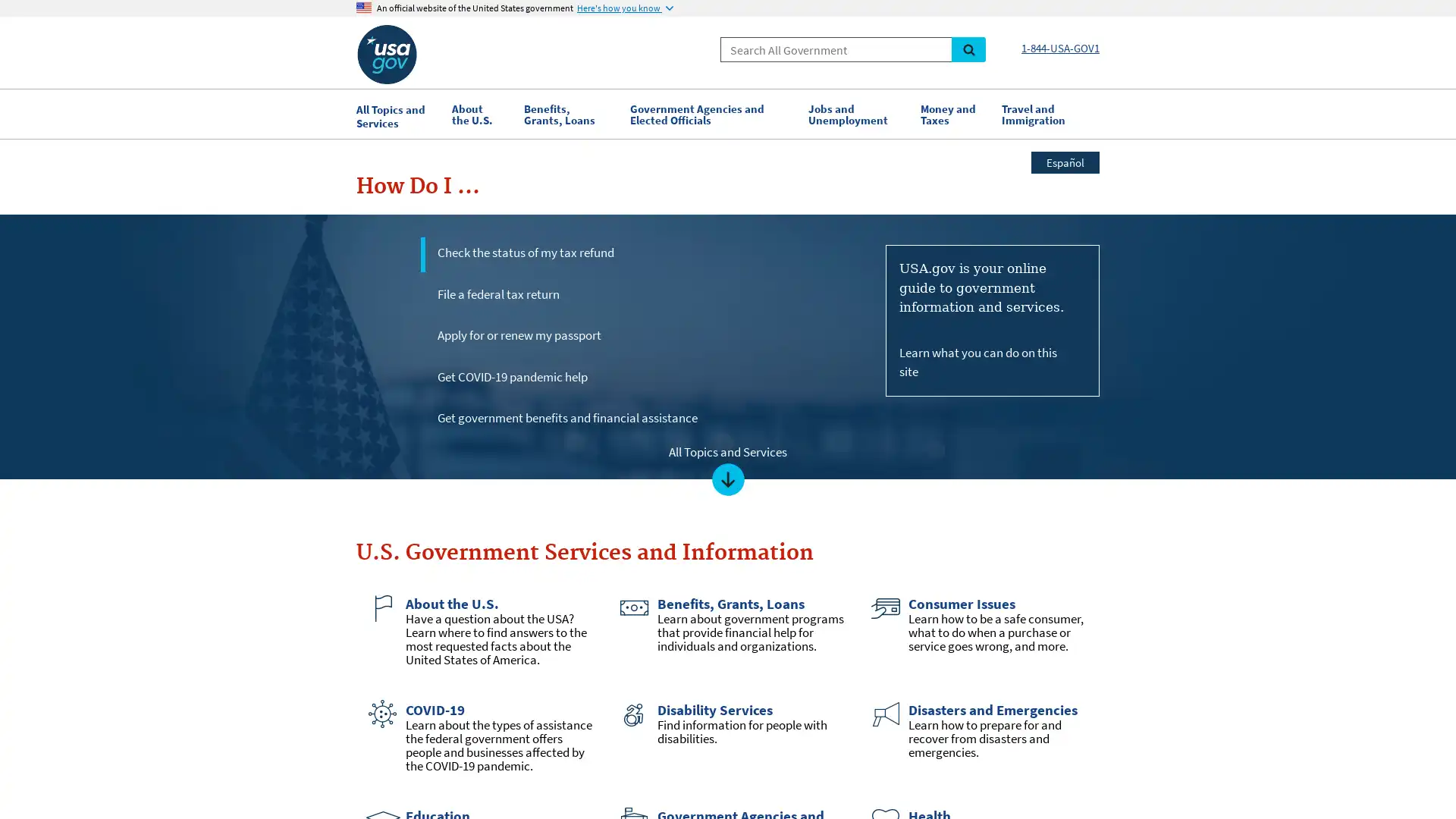  I want to click on Money and Taxes, so click(952, 113).